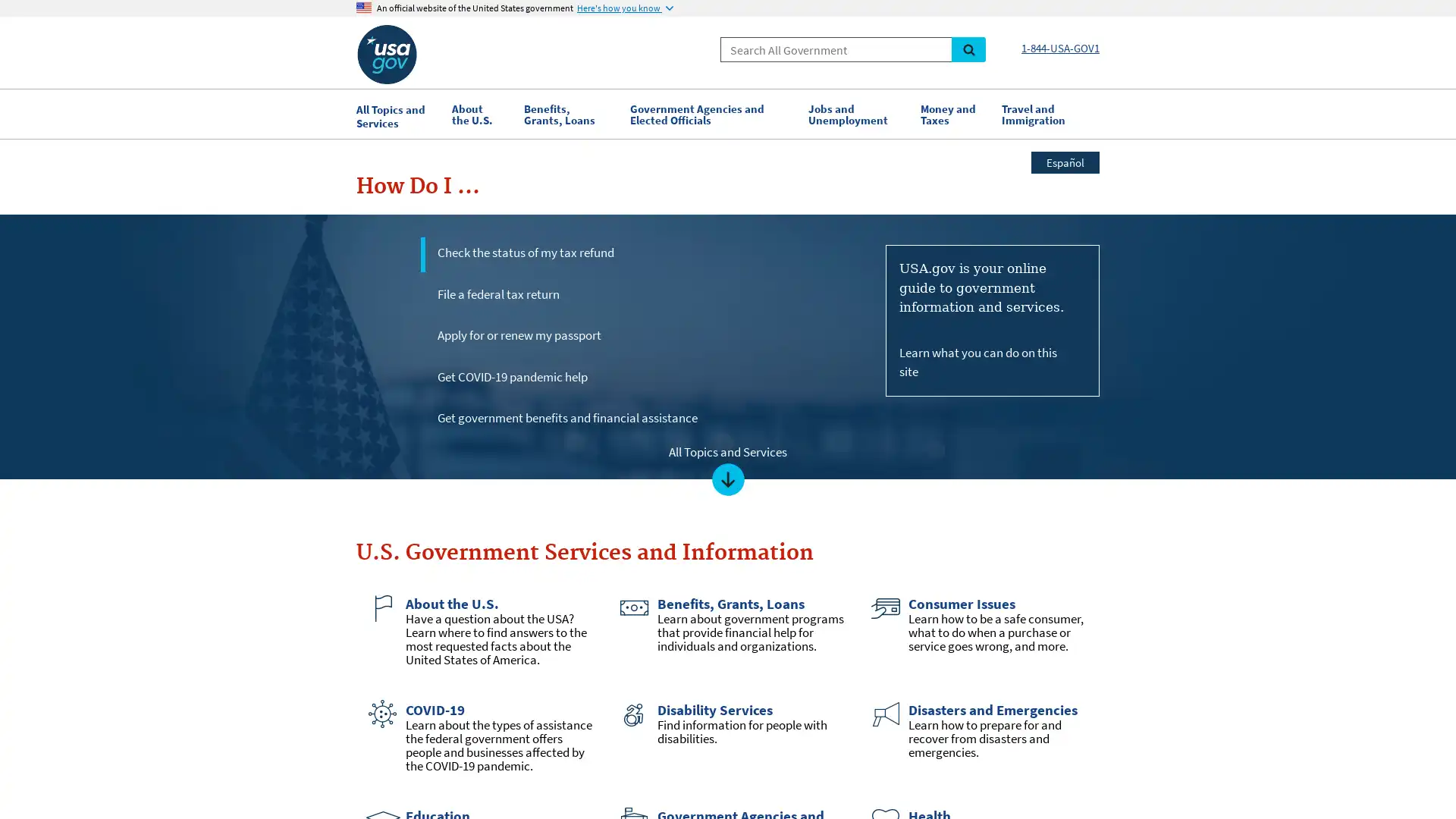  I want to click on Money and Taxes, so click(952, 113).